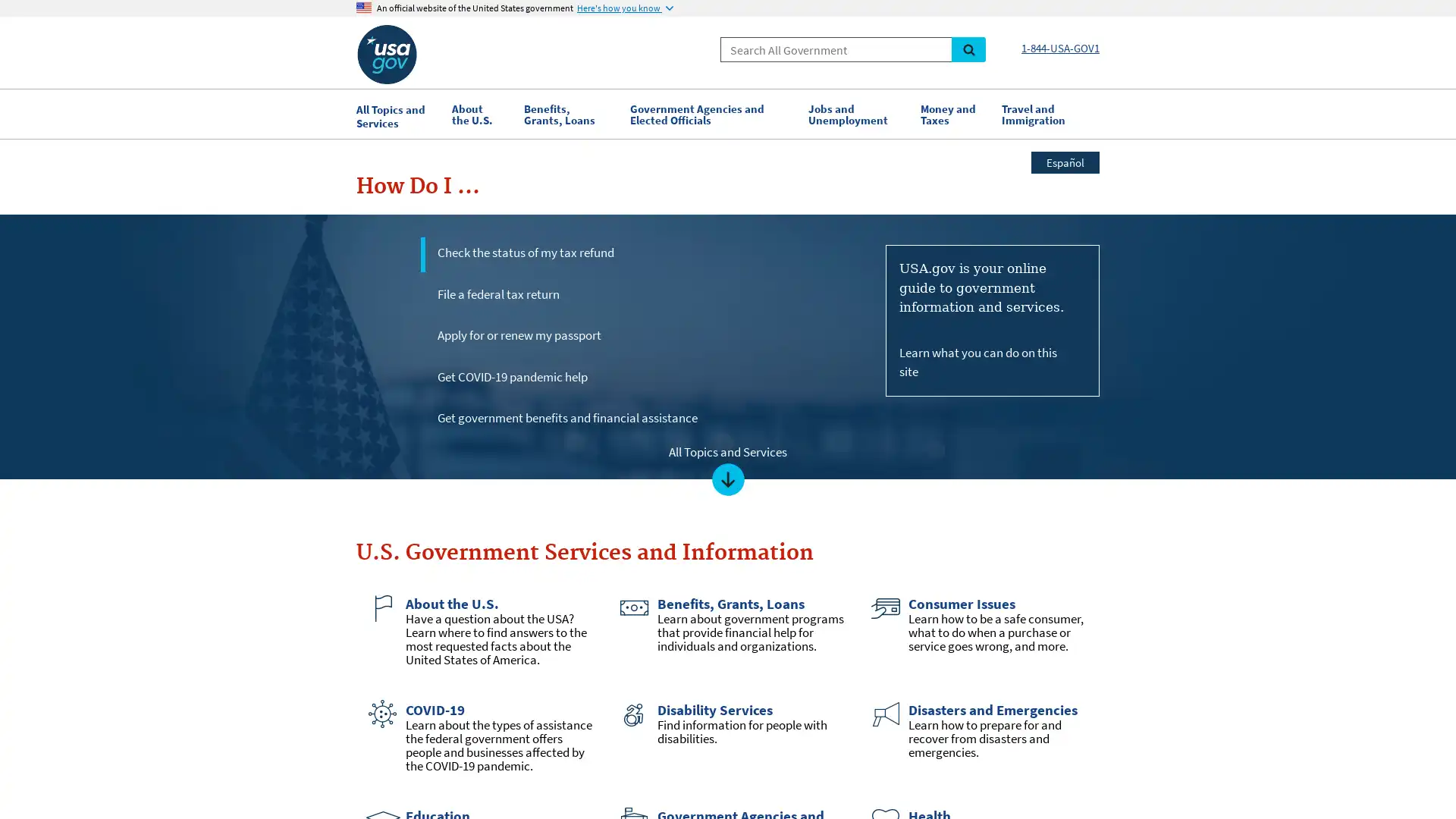  I want to click on Money and Taxes, so click(952, 113).